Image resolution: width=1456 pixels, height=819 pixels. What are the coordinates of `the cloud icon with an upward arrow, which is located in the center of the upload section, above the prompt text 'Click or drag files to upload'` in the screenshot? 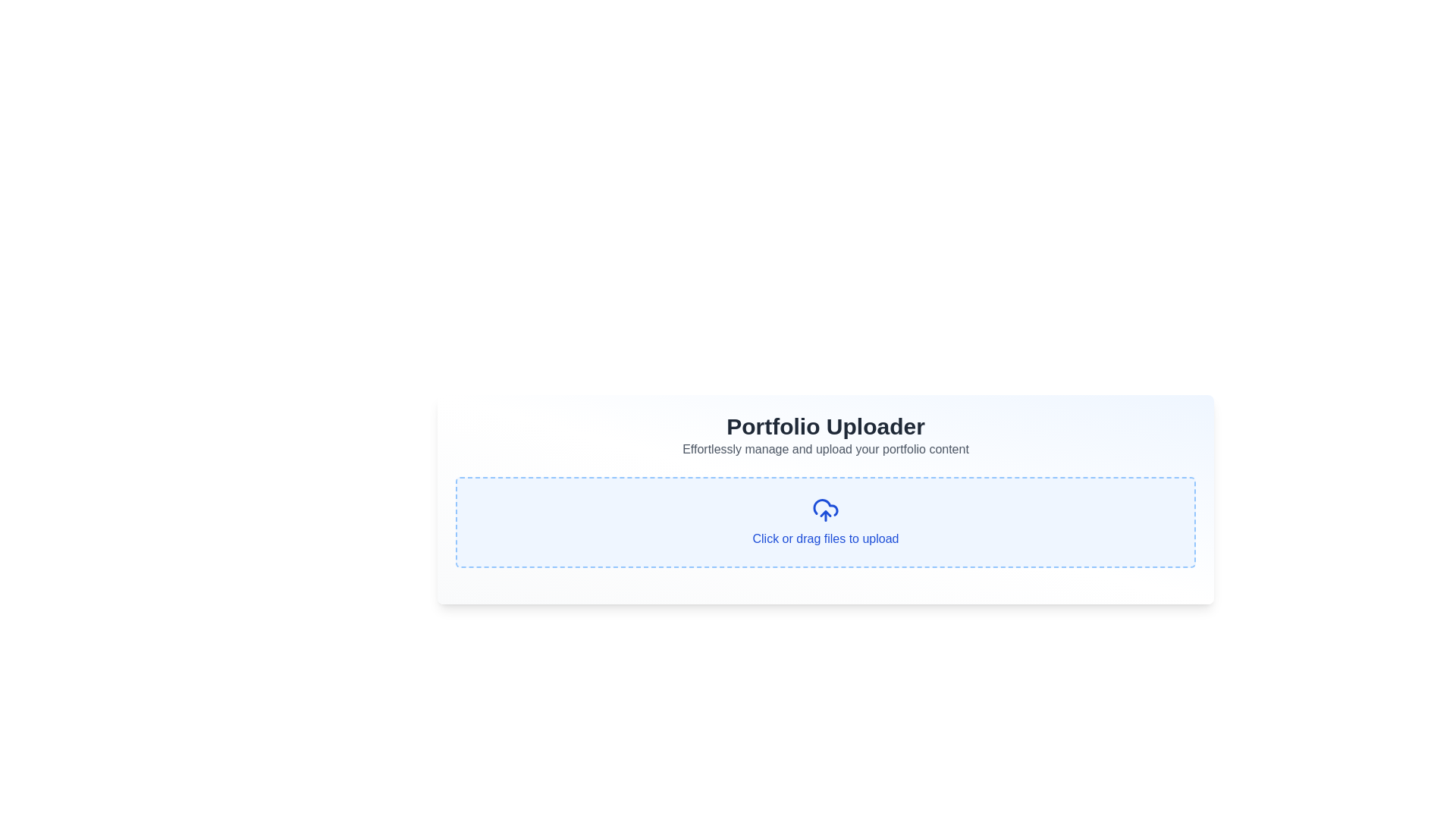 It's located at (825, 510).